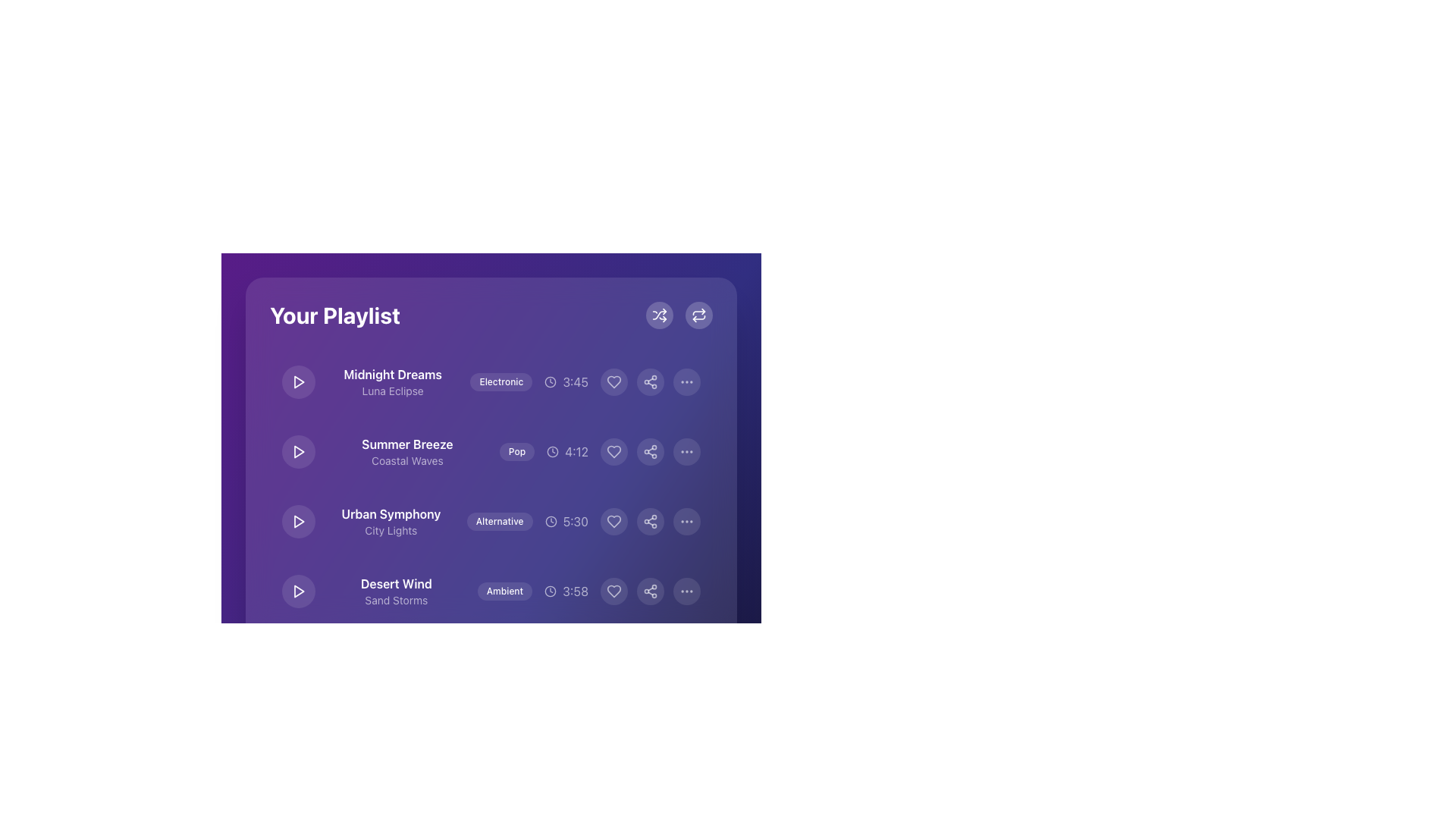 This screenshot has height=819, width=1456. I want to click on the text label that provides supplementary descriptive information for the 'Midnight Dreams' playlist entry, which is centrally aligned below it, so click(393, 391).